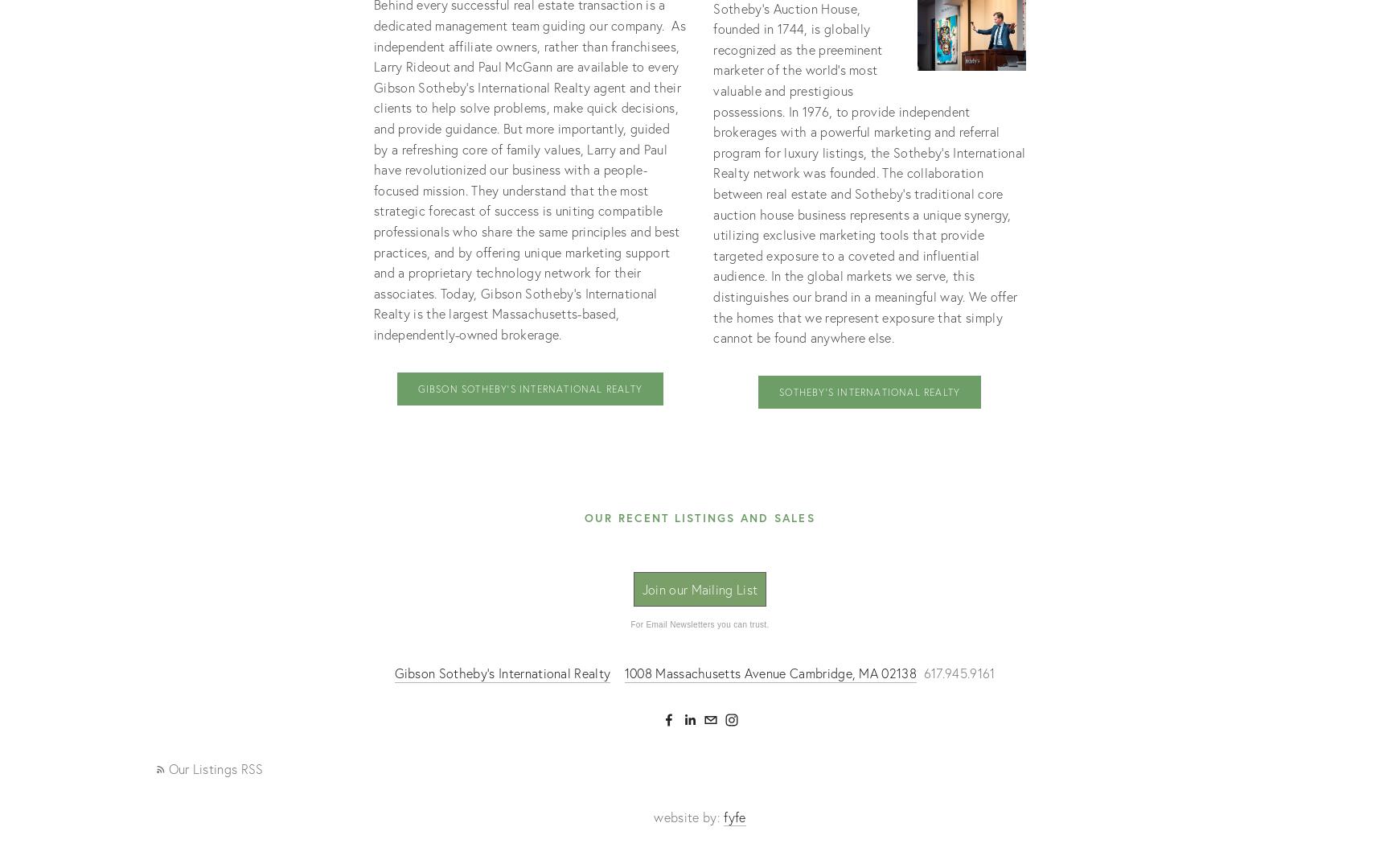 Image resolution: width=1400 pixels, height=852 pixels. Describe the element at coordinates (167, 768) in the screenshot. I see `'Our Listings RSS'` at that location.